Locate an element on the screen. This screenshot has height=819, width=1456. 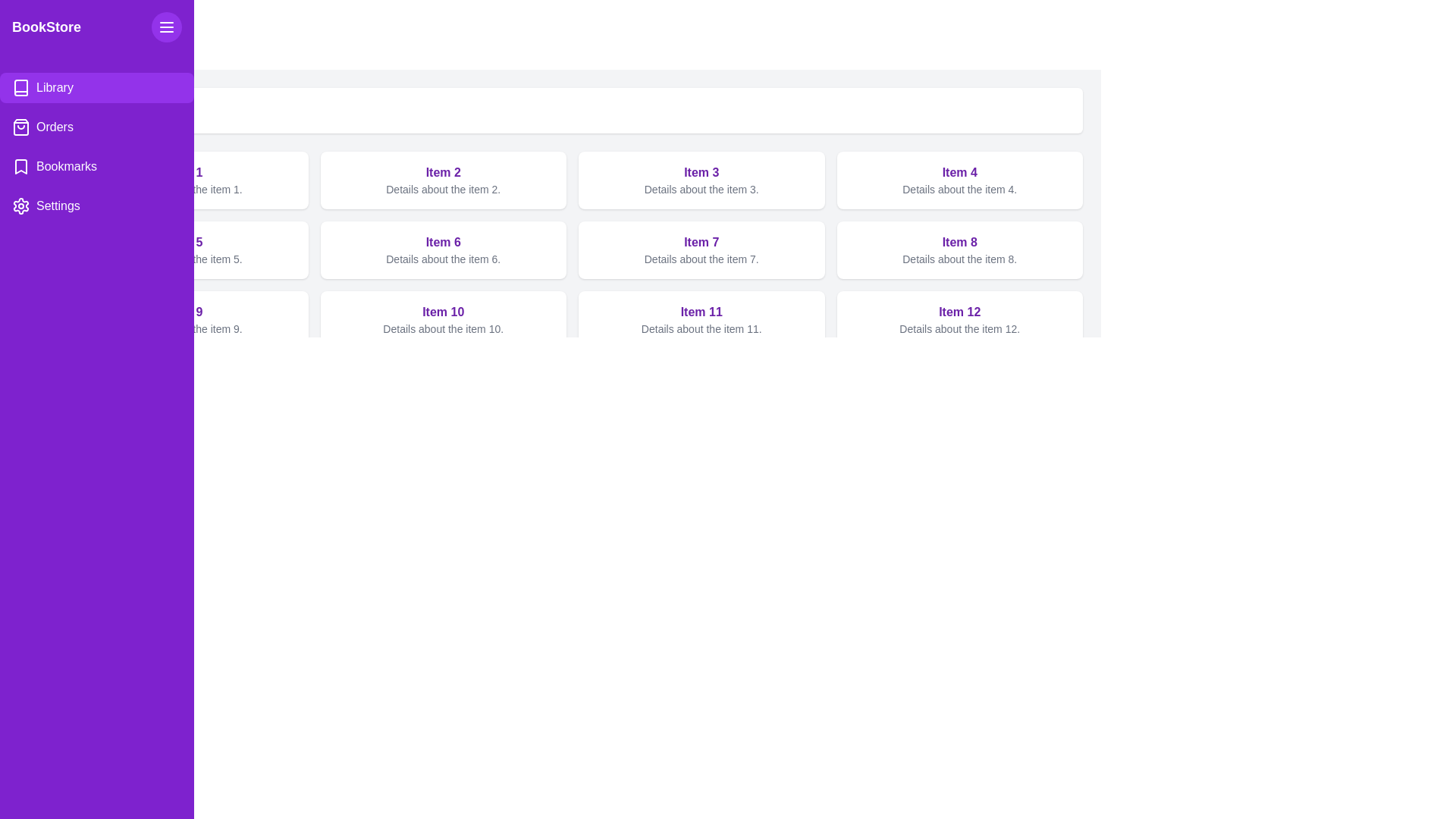
the descriptive text for 'Item 8', which is located directly below its title in the second row, fourth column of the grid layout is located at coordinates (959, 259).